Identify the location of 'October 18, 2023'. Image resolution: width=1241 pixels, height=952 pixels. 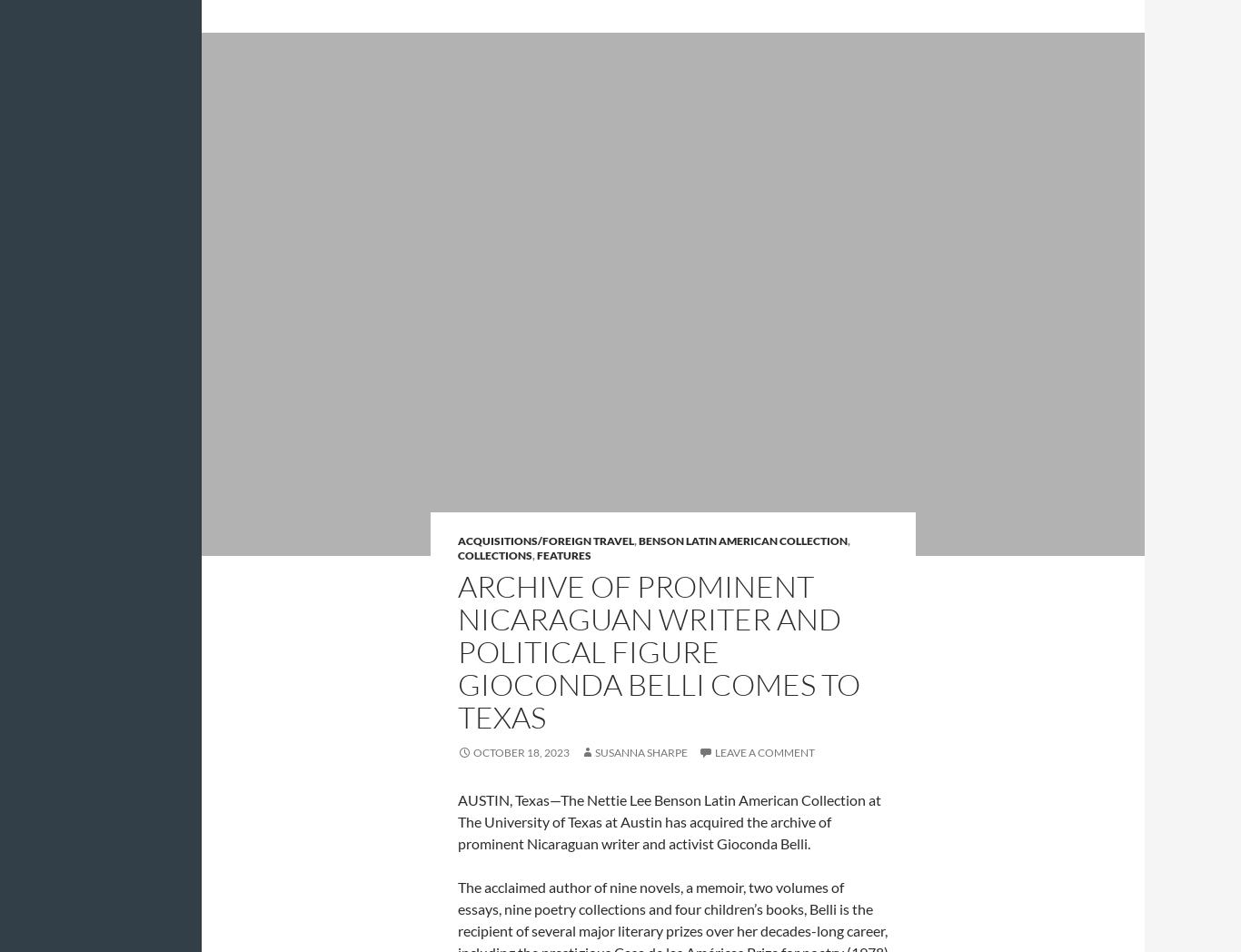
(520, 750).